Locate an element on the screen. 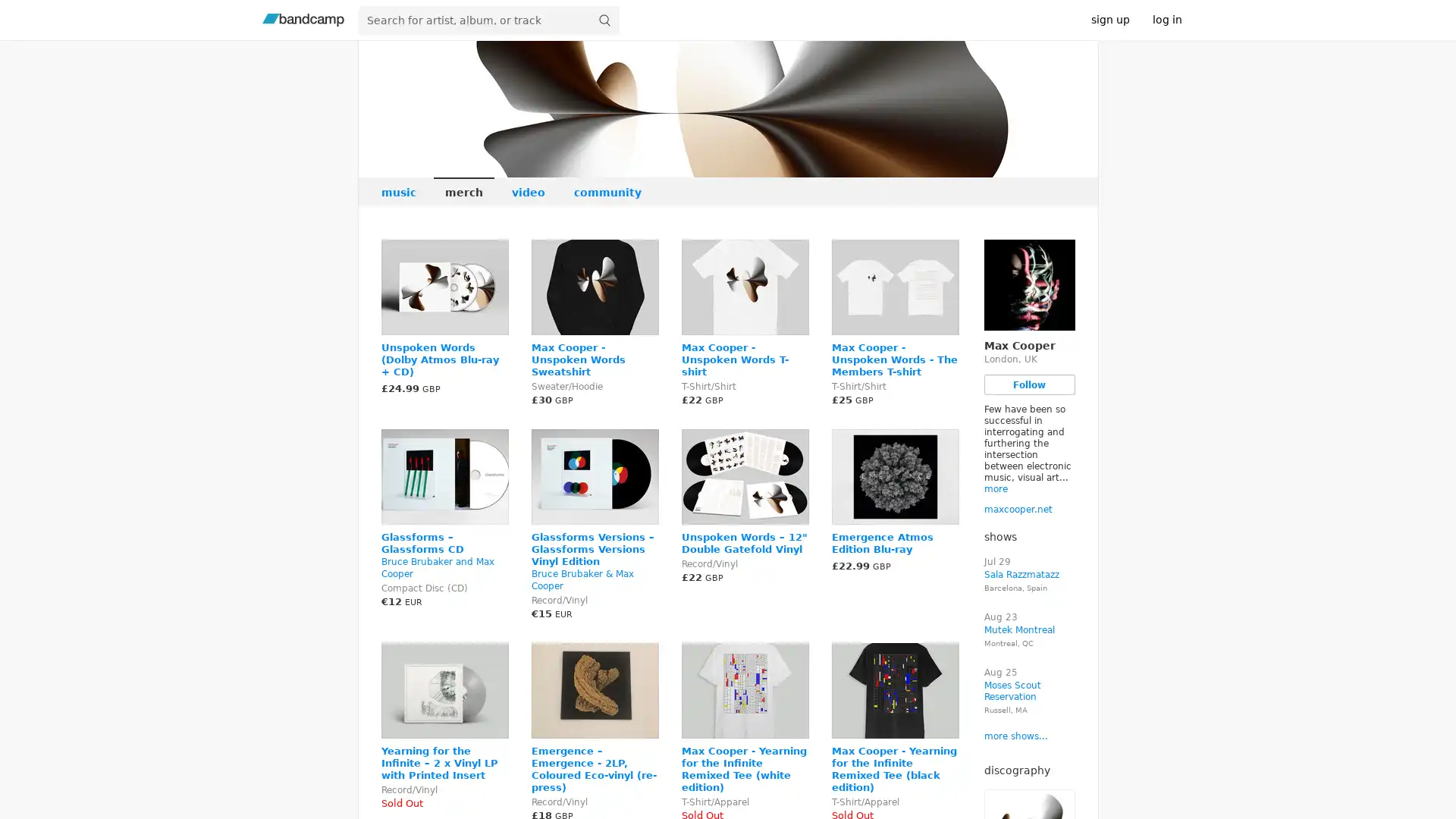 The width and height of the screenshot is (1456, 819). Follow is located at coordinates (1029, 384).